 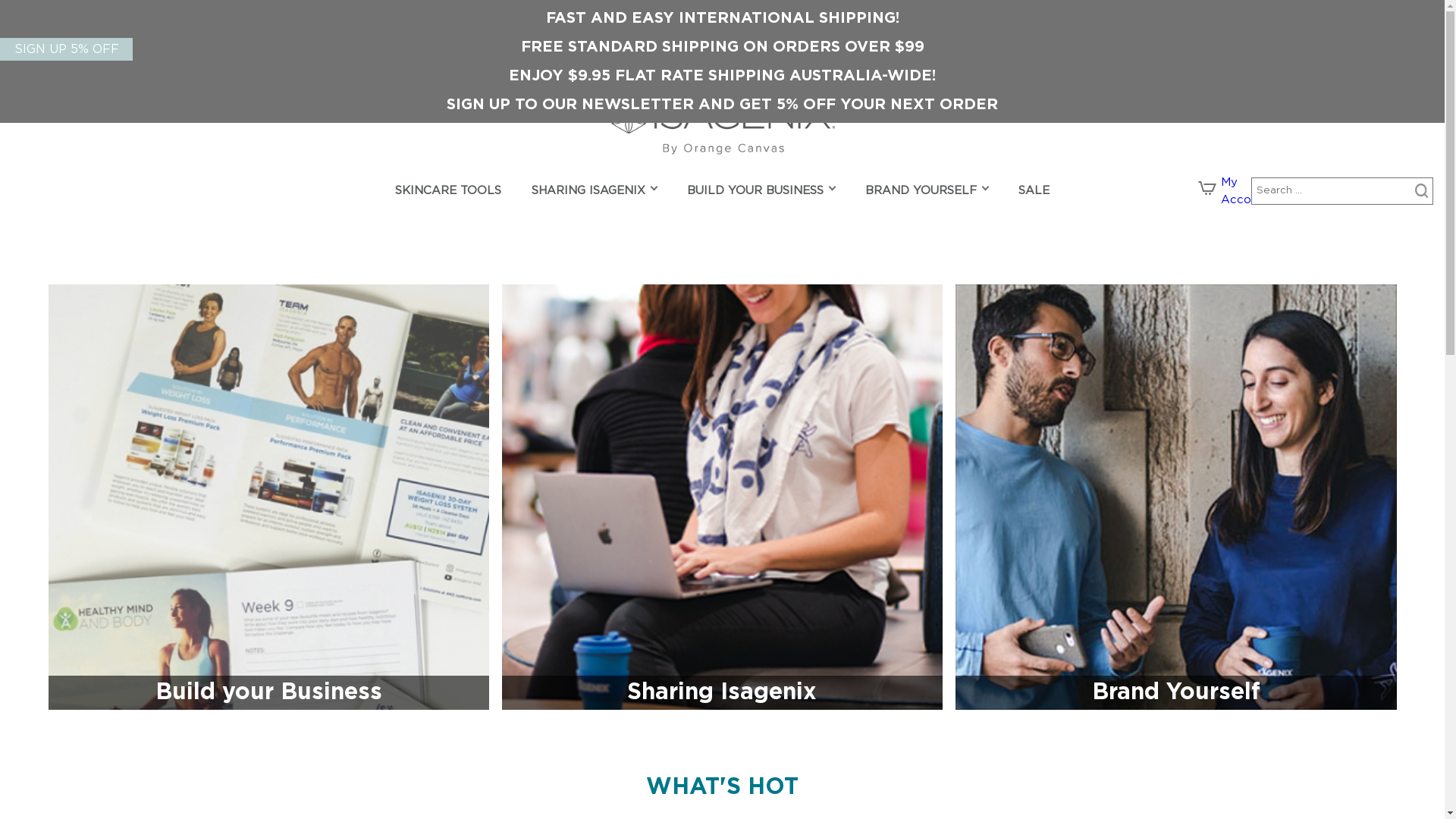 I want to click on 'My Account', so click(x=1245, y=190).